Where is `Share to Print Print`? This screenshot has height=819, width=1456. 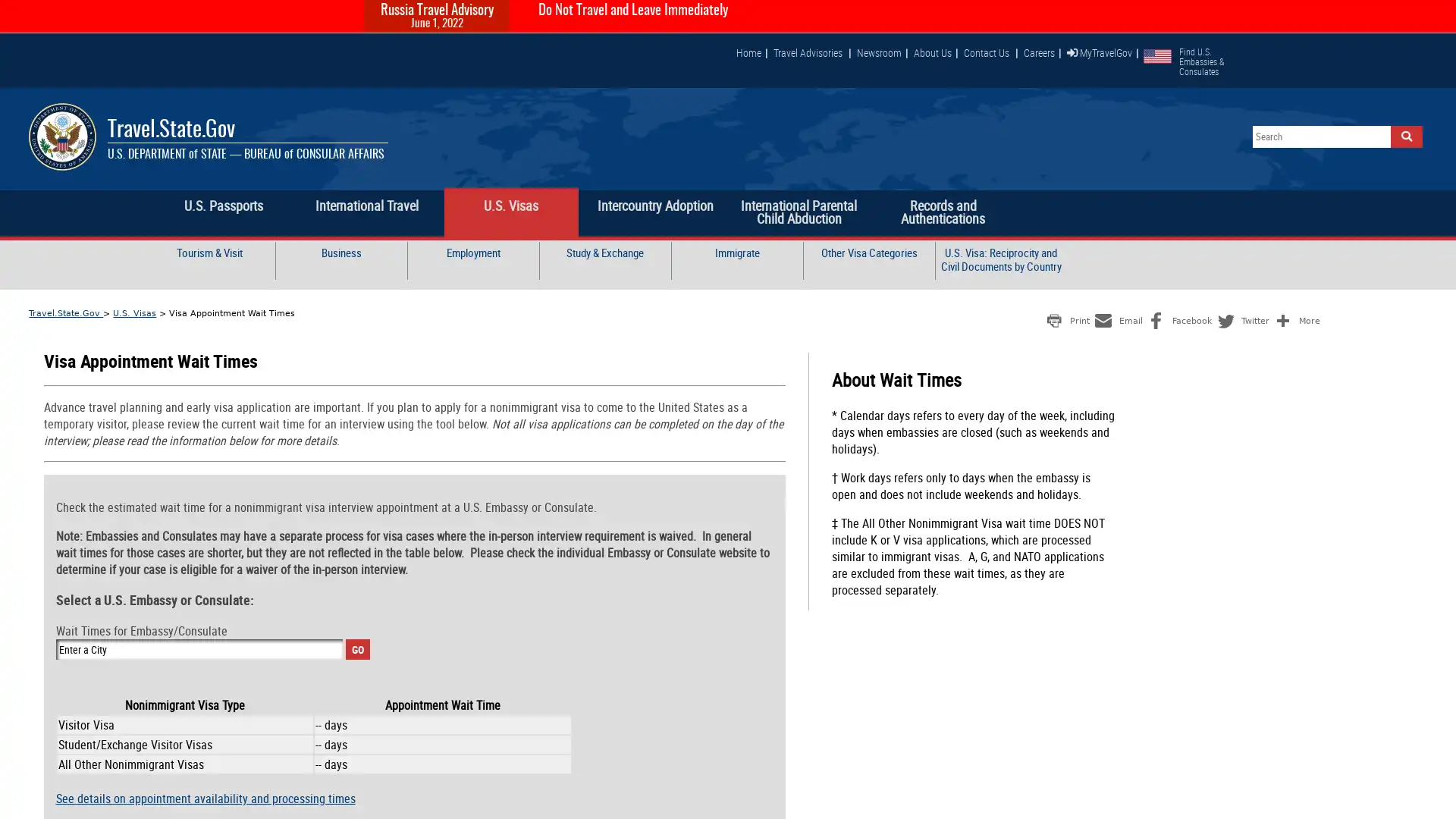
Share to Print Print is located at coordinates (1065, 318).